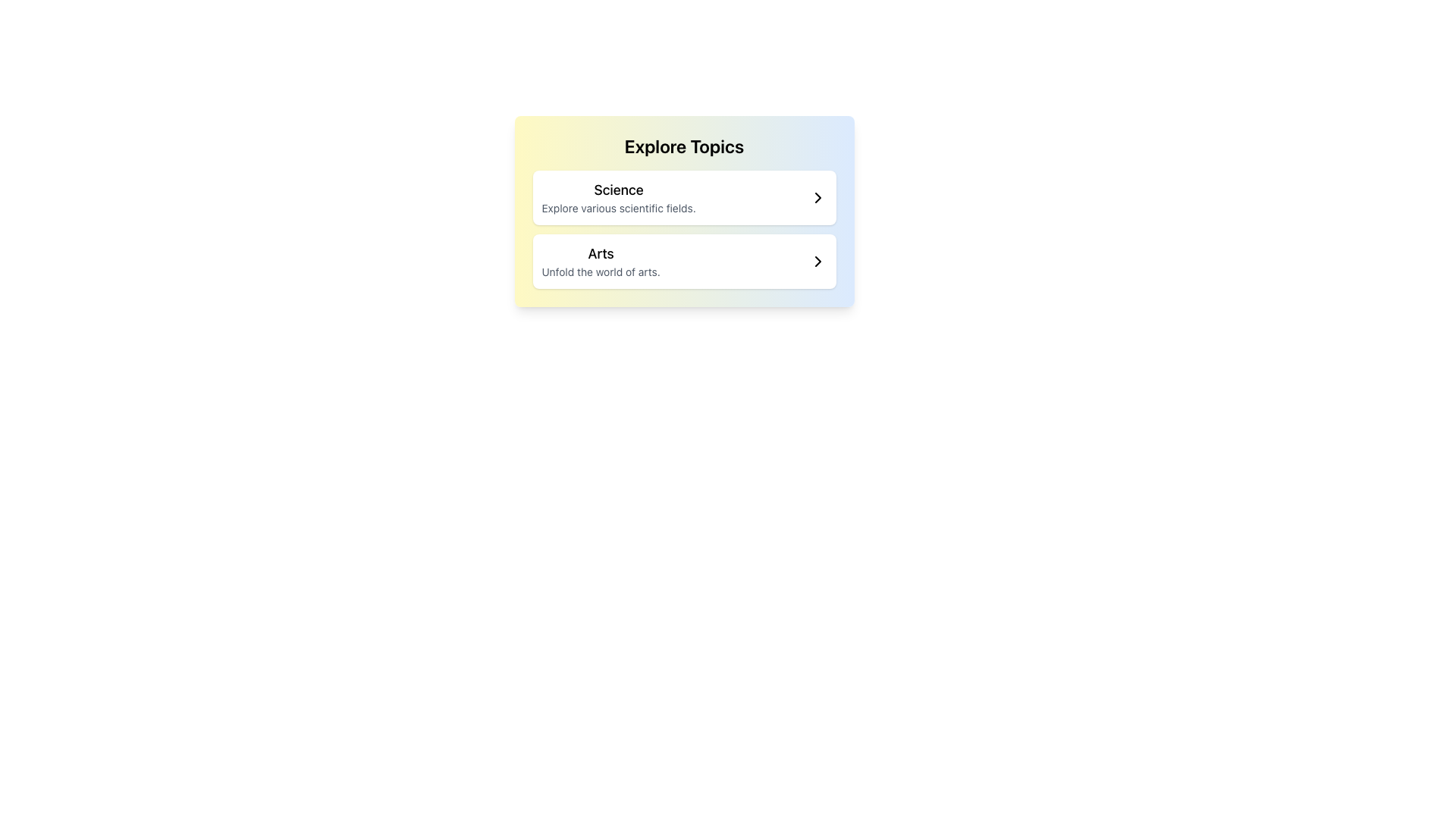  What do you see at coordinates (817, 260) in the screenshot?
I see `the right-facing chevron SVG icon located to the right of the 'Arts' text within the lower section of the 'Explore Topics' card` at bounding box center [817, 260].